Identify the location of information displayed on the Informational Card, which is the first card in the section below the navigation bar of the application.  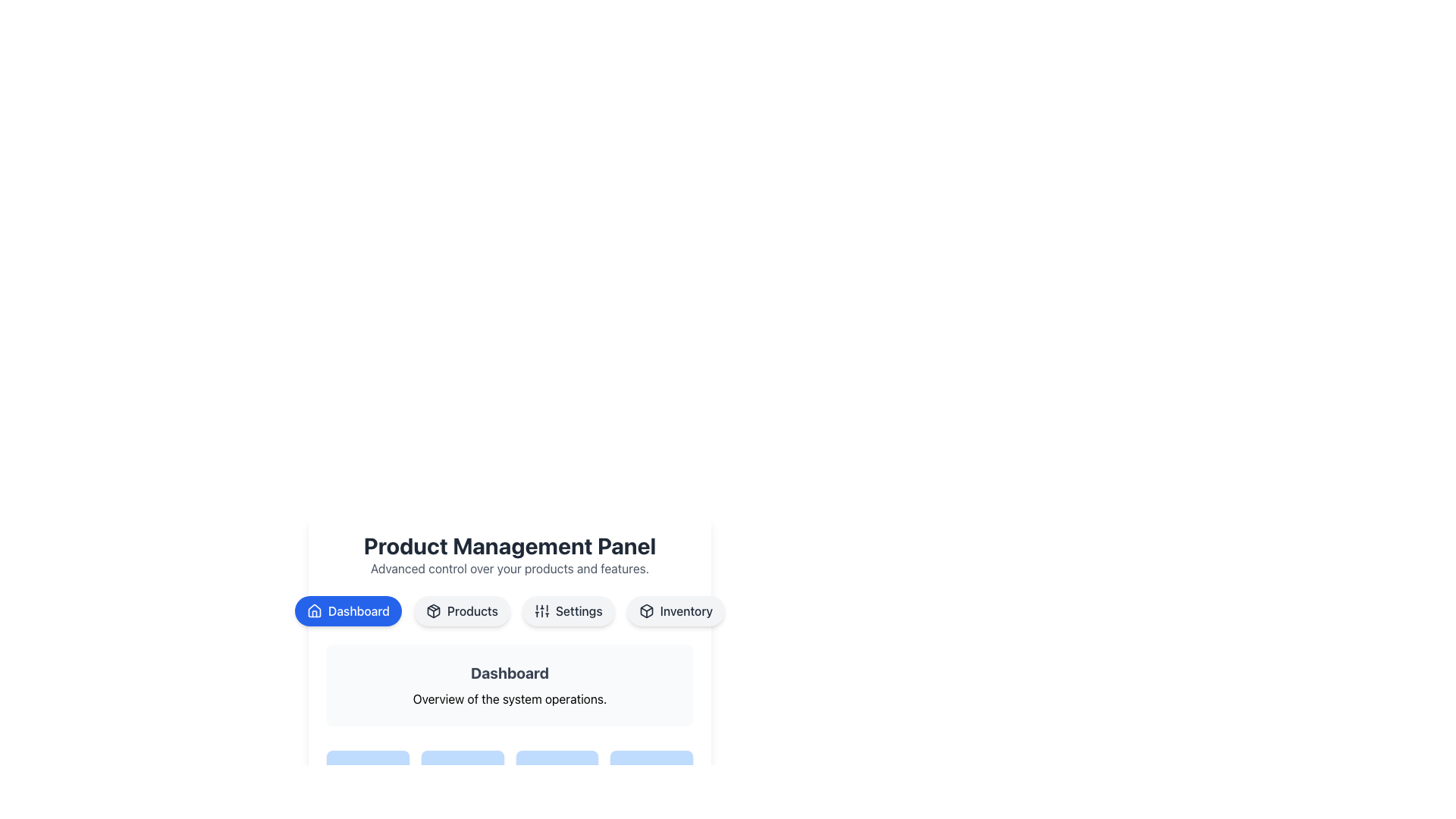
(510, 685).